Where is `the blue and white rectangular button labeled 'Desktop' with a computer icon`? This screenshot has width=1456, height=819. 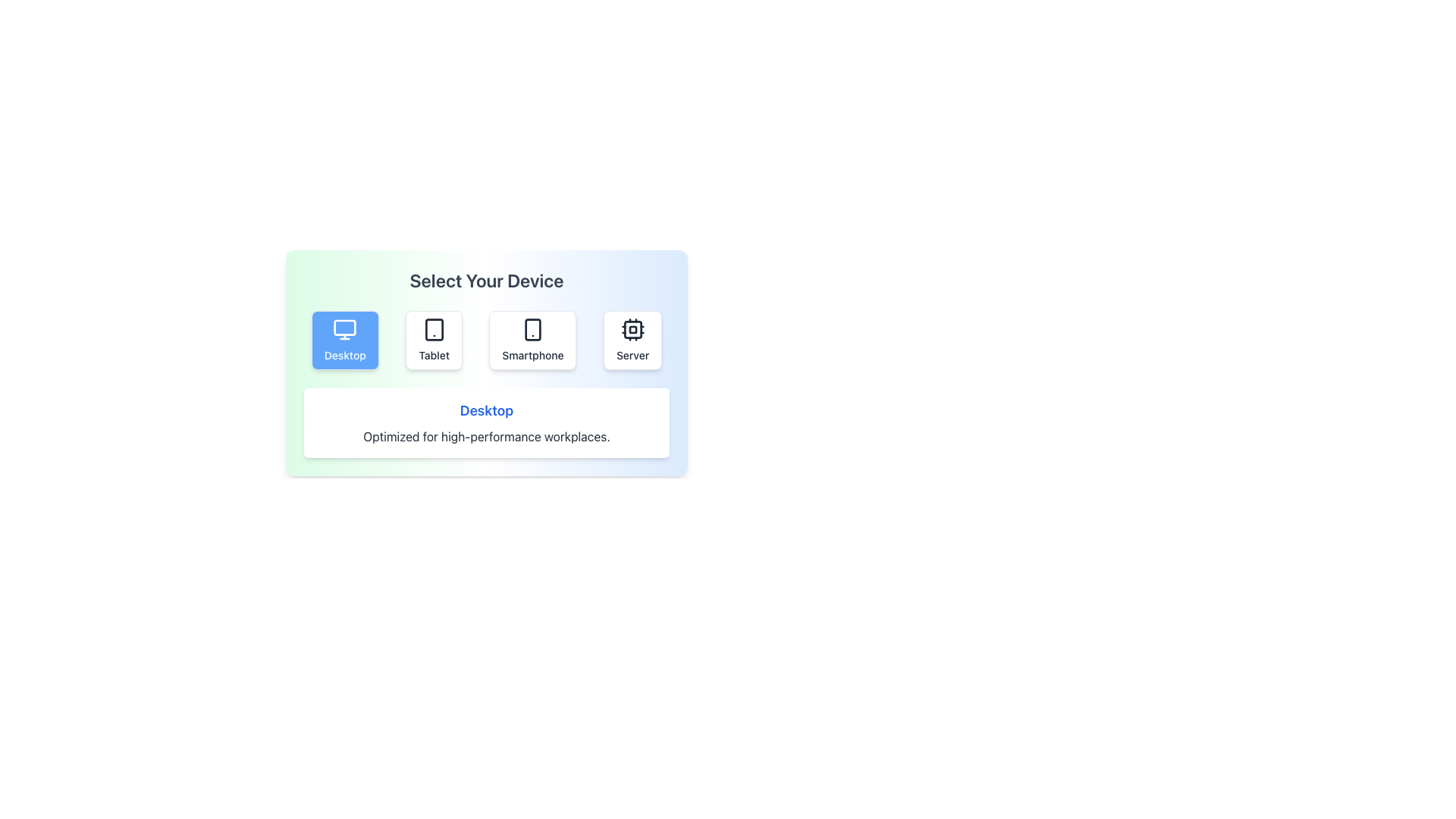
the blue and white rectangular button labeled 'Desktop' with a computer icon is located at coordinates (344, 339).